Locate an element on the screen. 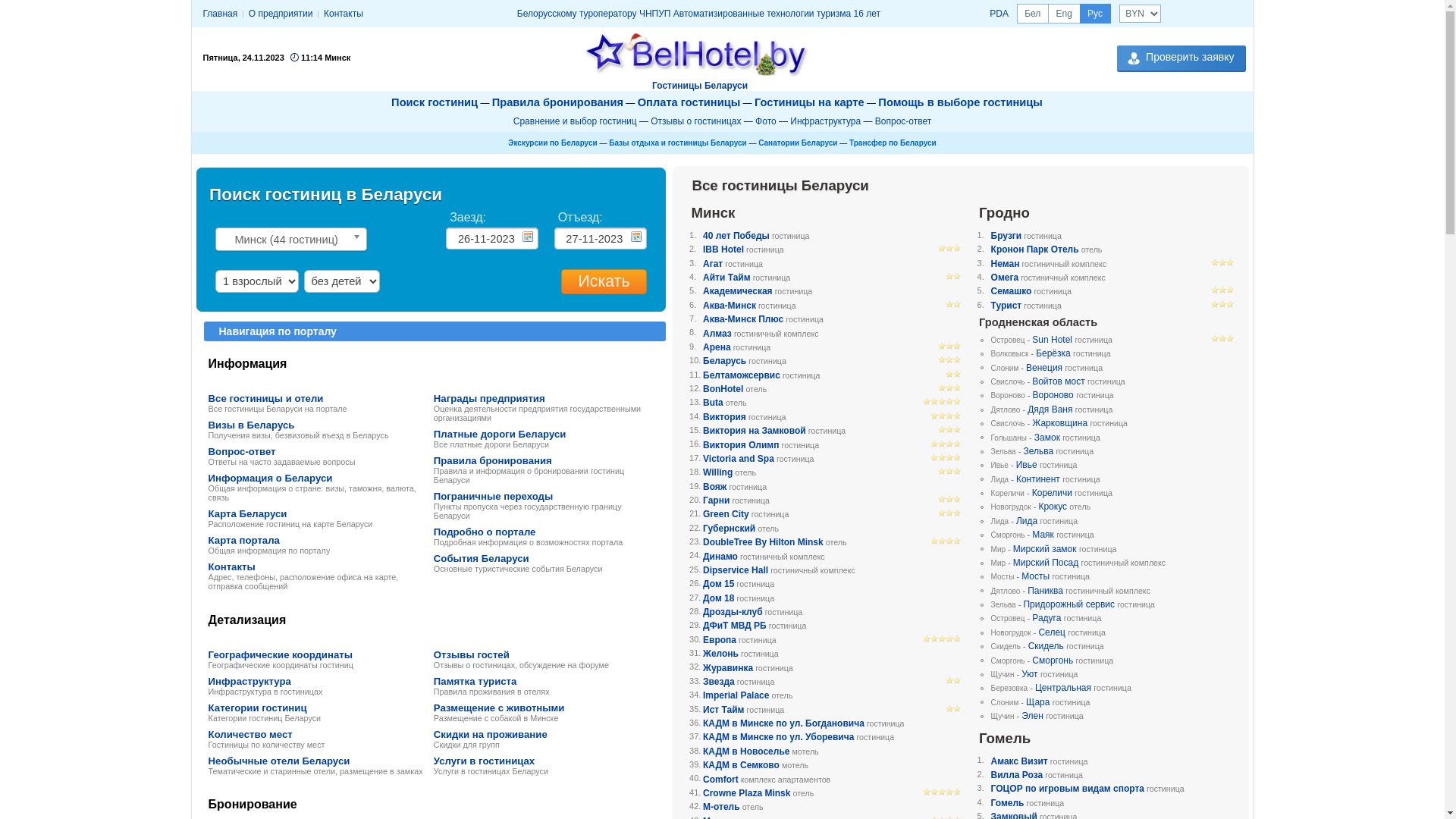  'PDA' is located at coordinates (990, 14).